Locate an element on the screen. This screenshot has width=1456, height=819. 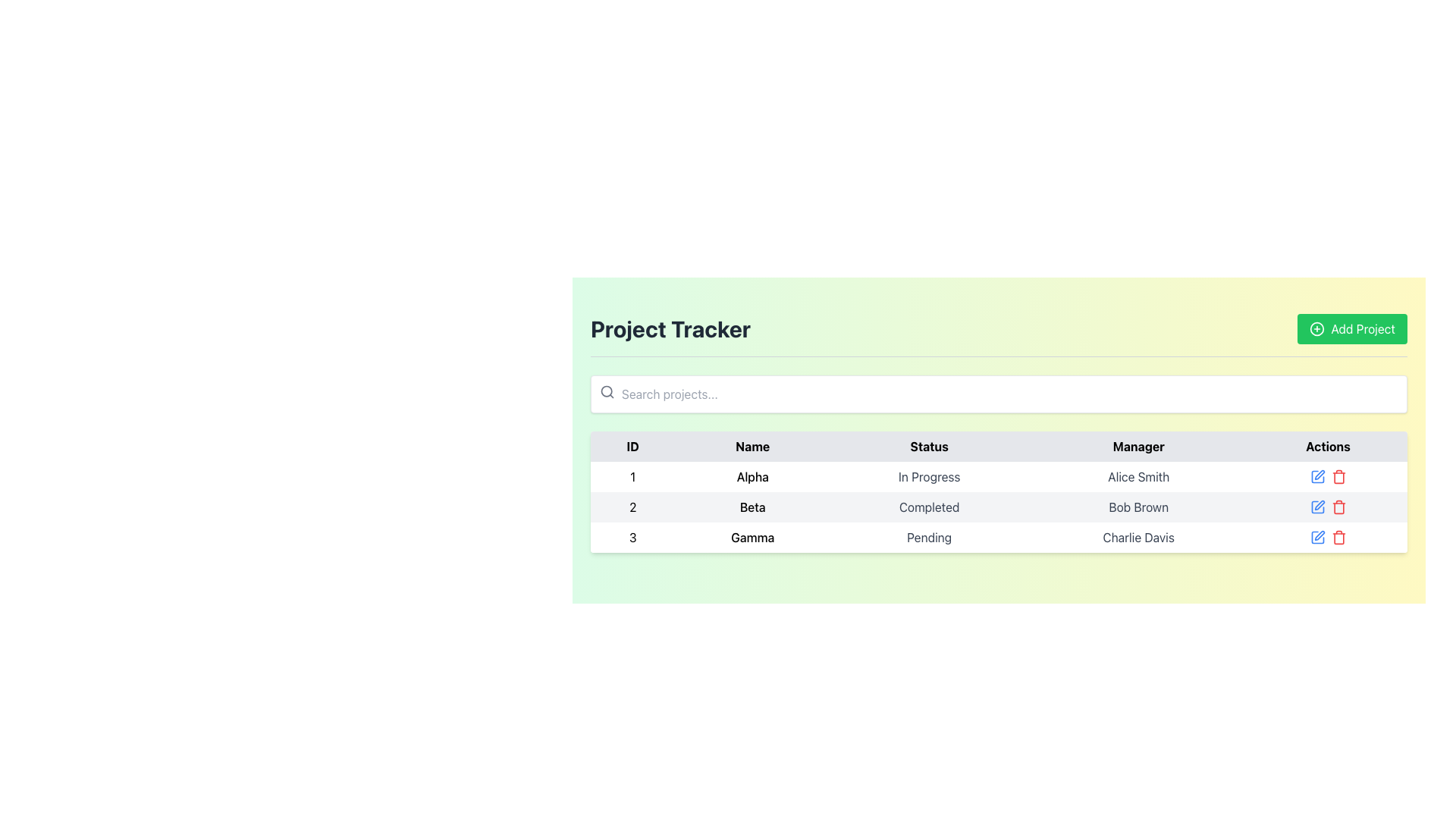
the Text Display element containing the number '2' located in the second row under the 'ID' column of the table is located at coordinates (632, 507).